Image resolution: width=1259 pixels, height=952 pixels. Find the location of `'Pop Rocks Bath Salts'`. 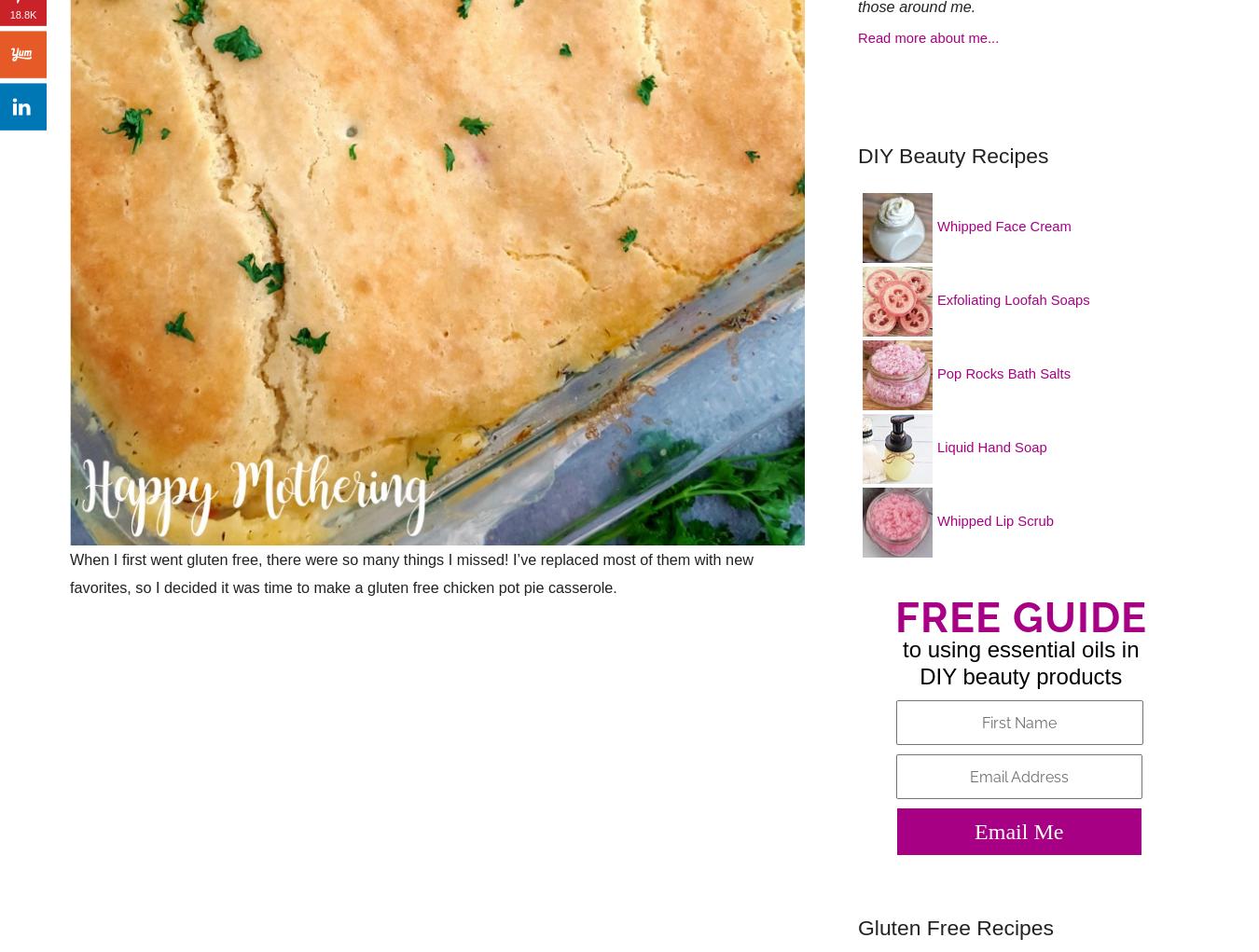

'Pop Rocks Bath Salts' is located at coordinates (1009, 372).